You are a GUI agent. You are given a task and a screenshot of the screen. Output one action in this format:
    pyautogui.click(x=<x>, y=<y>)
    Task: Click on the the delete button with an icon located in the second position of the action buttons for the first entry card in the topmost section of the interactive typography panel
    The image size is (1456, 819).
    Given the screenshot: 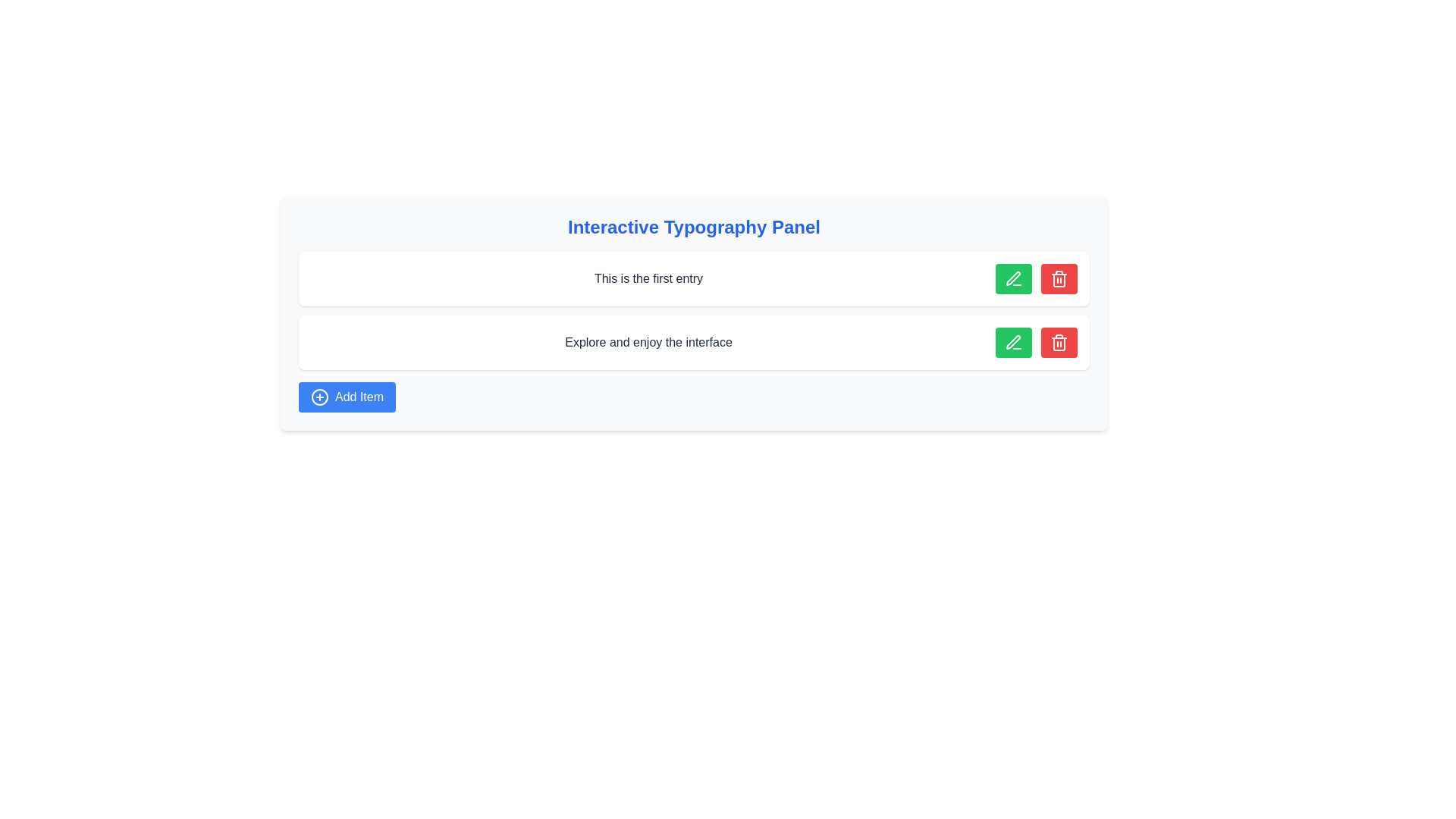 What is the action you would take?
    pyautogui.click(x=1058, y=278)
    